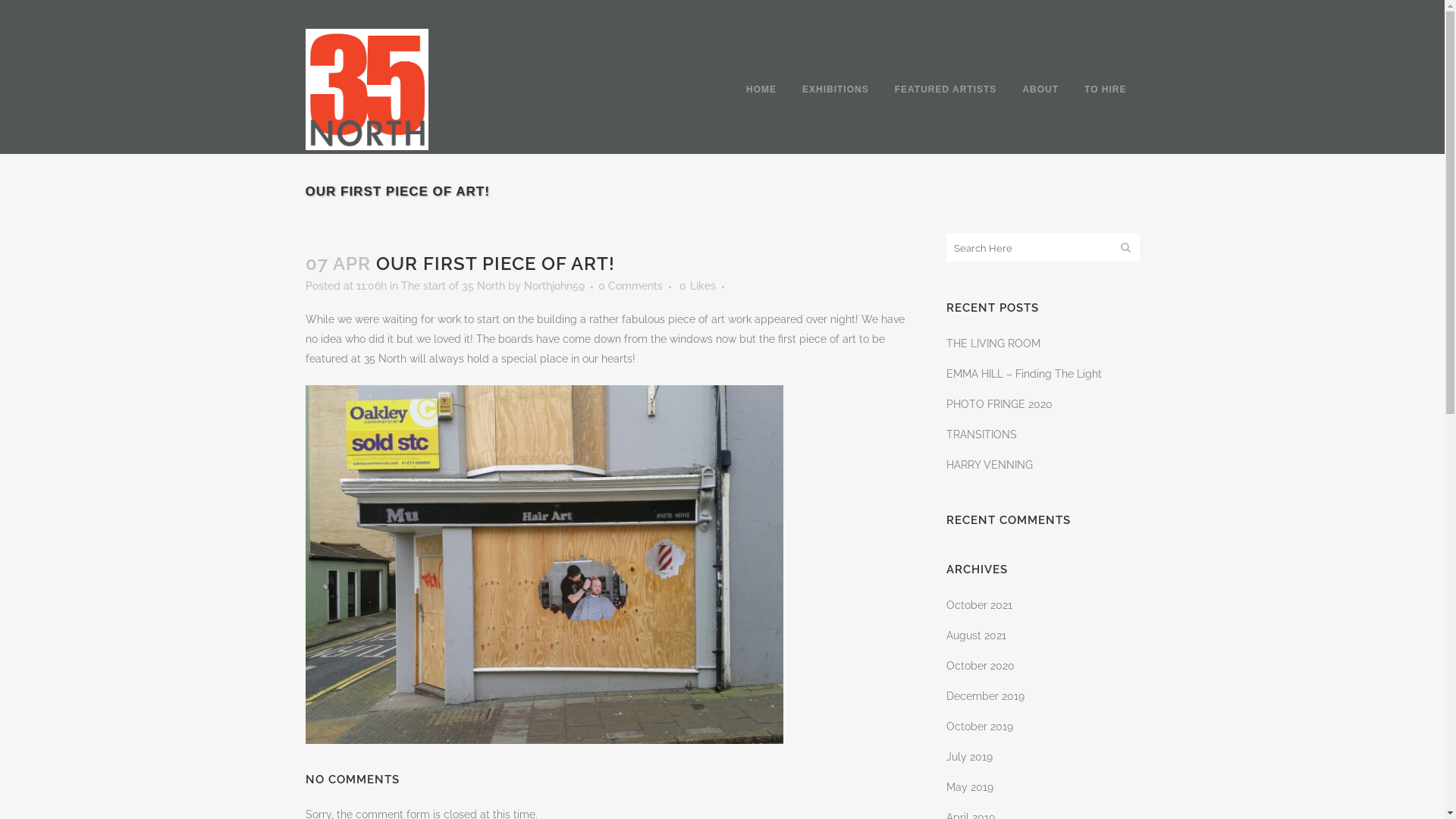 This screenshot has width=1456, height=819. Describe the element at coordinates (985, 696) in the screenshot. I see `'December 2019'` at that location.